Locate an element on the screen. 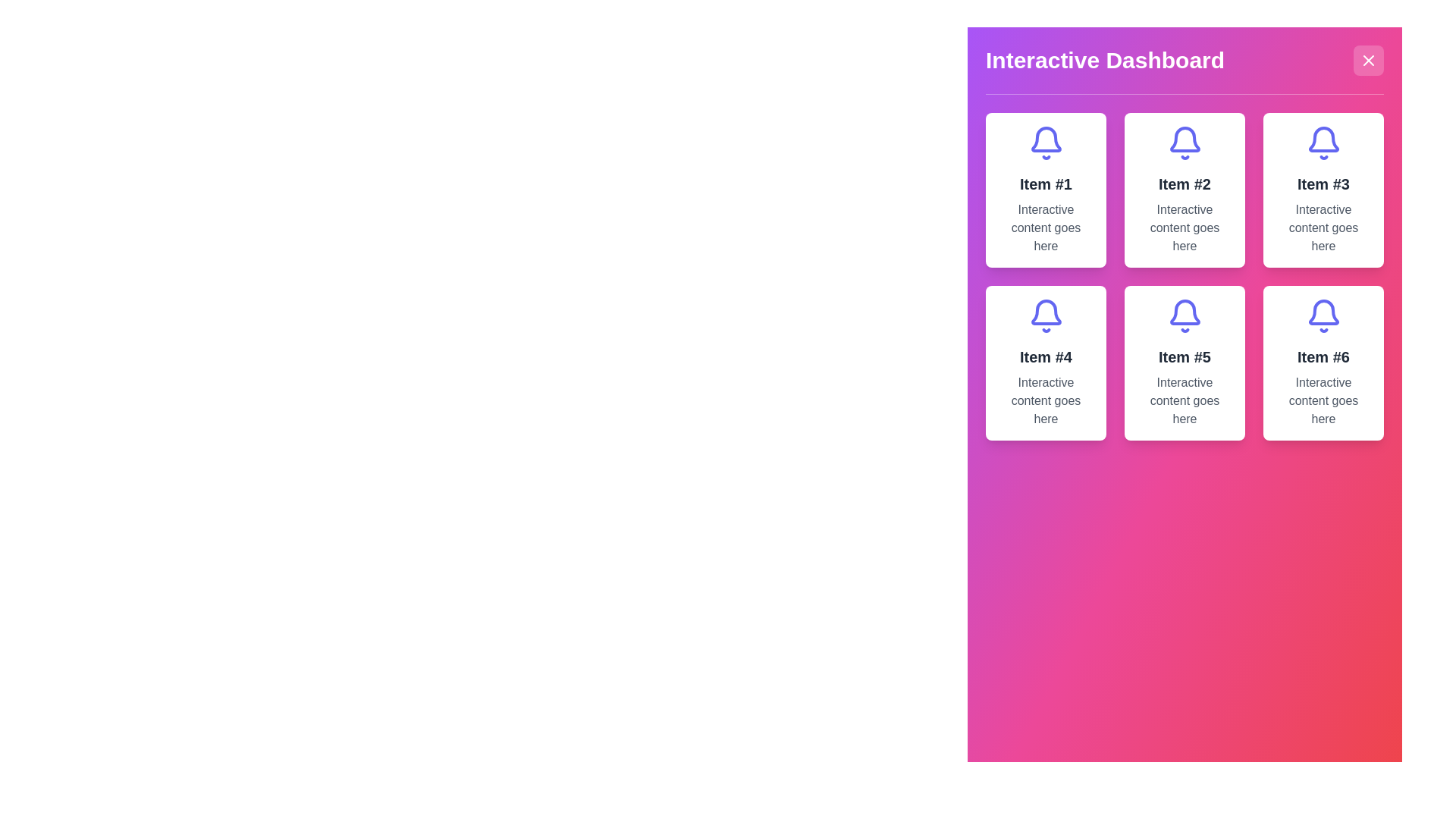 The image size is (1456, 819). the notification icon located at the top of the card labeled 'Item #2', positioned in the middle of the grid layout of six cards, to trigger the associated card's functionality is located at coordinates (1184, 143).